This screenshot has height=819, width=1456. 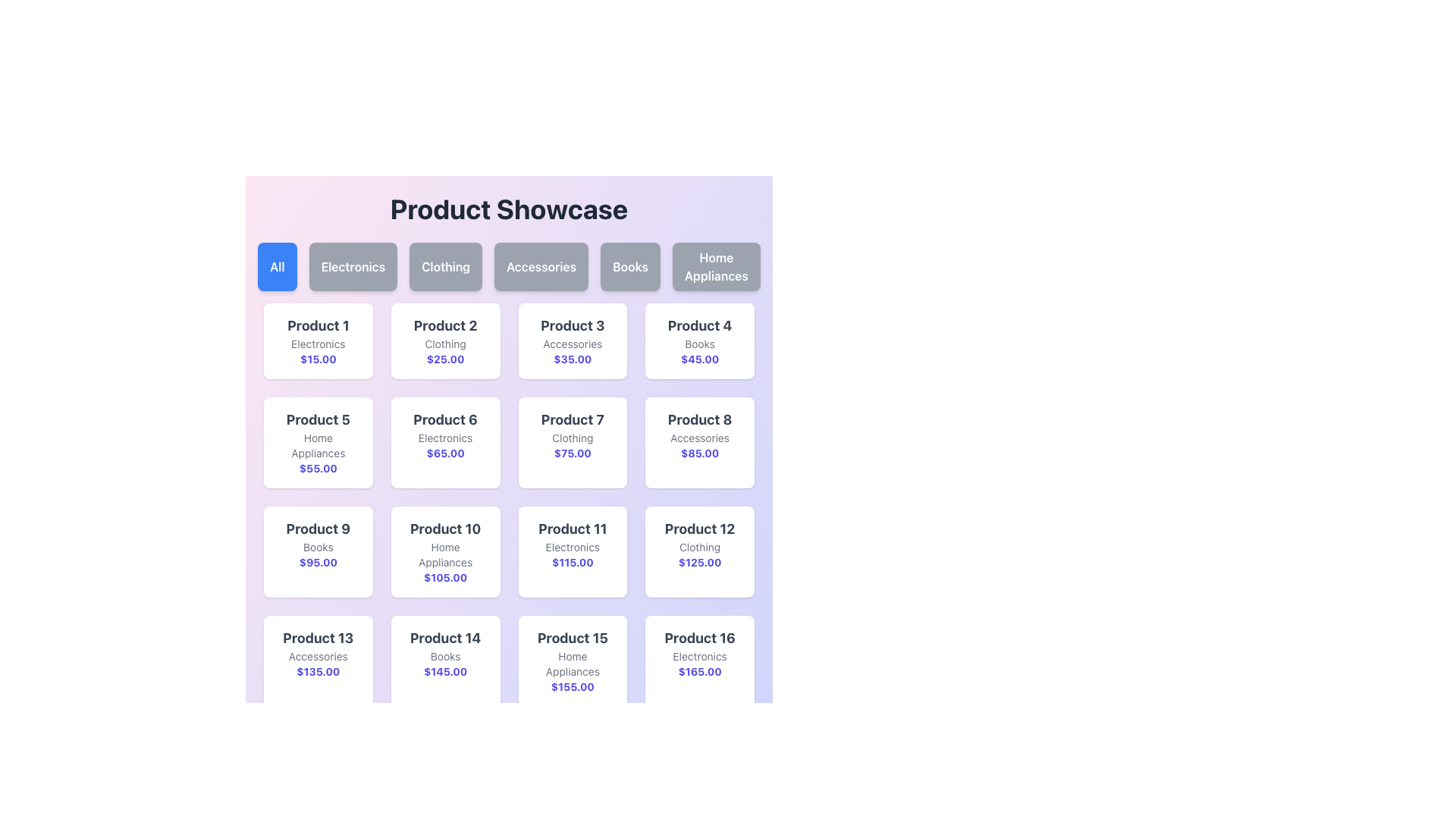 What do you see at coordinates (699, 341) in the screenshot?
I see `the product listing card located in the top-right corner of the grid layout, specifically in the first row and fourth column` at bounding box center [699, 341].